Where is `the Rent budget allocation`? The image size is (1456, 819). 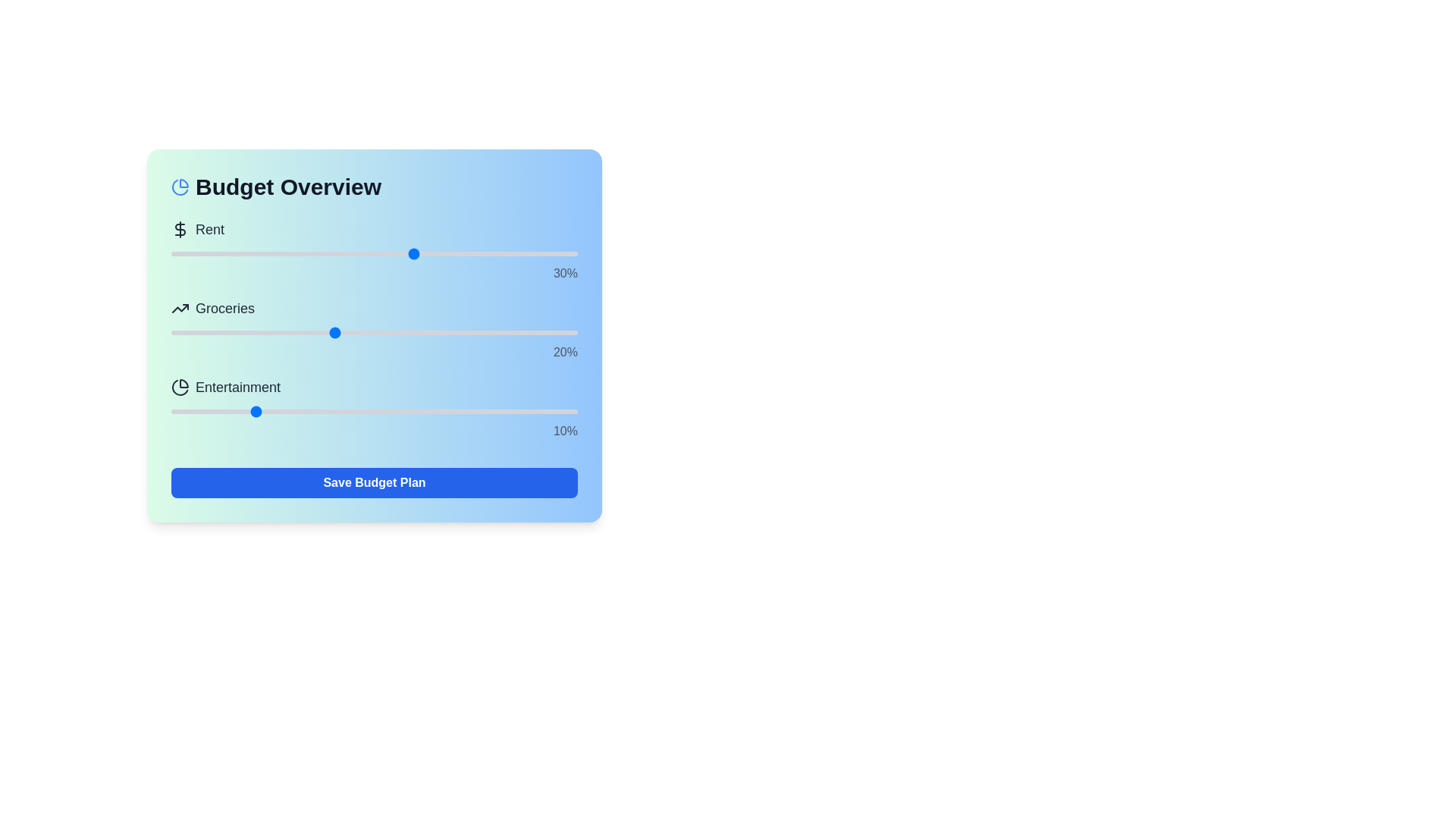
the Rent budget allocation is located at coordinates (268, 253).